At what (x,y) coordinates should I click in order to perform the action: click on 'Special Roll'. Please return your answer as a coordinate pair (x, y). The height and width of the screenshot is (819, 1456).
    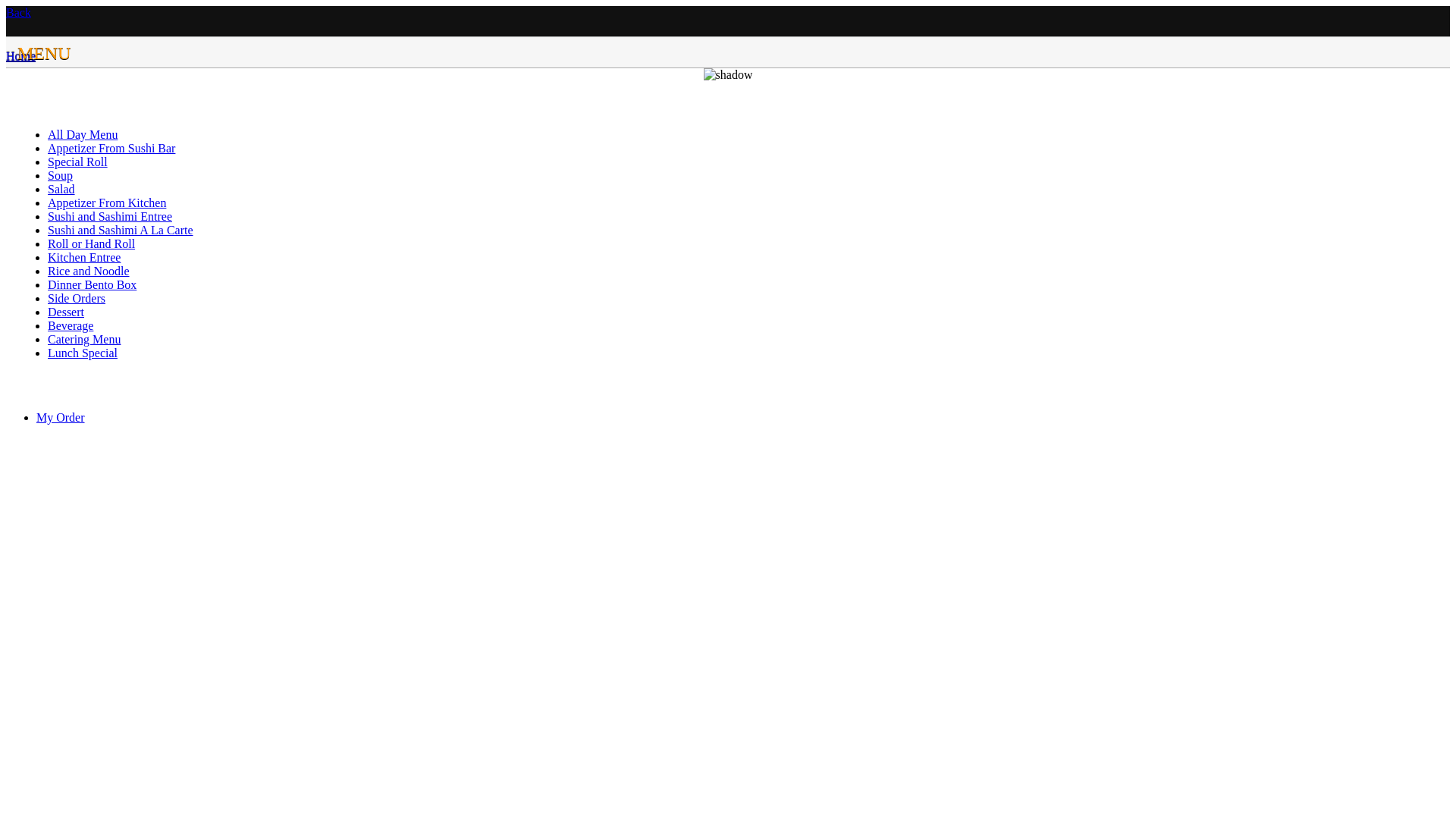
    Looking at the image, I should click on (77, 162).